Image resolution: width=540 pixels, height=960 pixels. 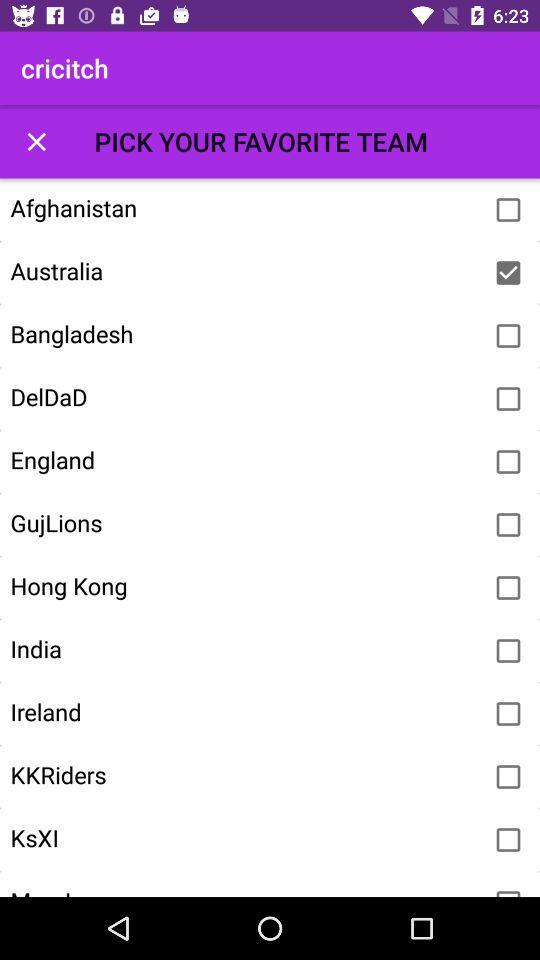 I want to click on the team to favorites, so click(x=508, y=210).